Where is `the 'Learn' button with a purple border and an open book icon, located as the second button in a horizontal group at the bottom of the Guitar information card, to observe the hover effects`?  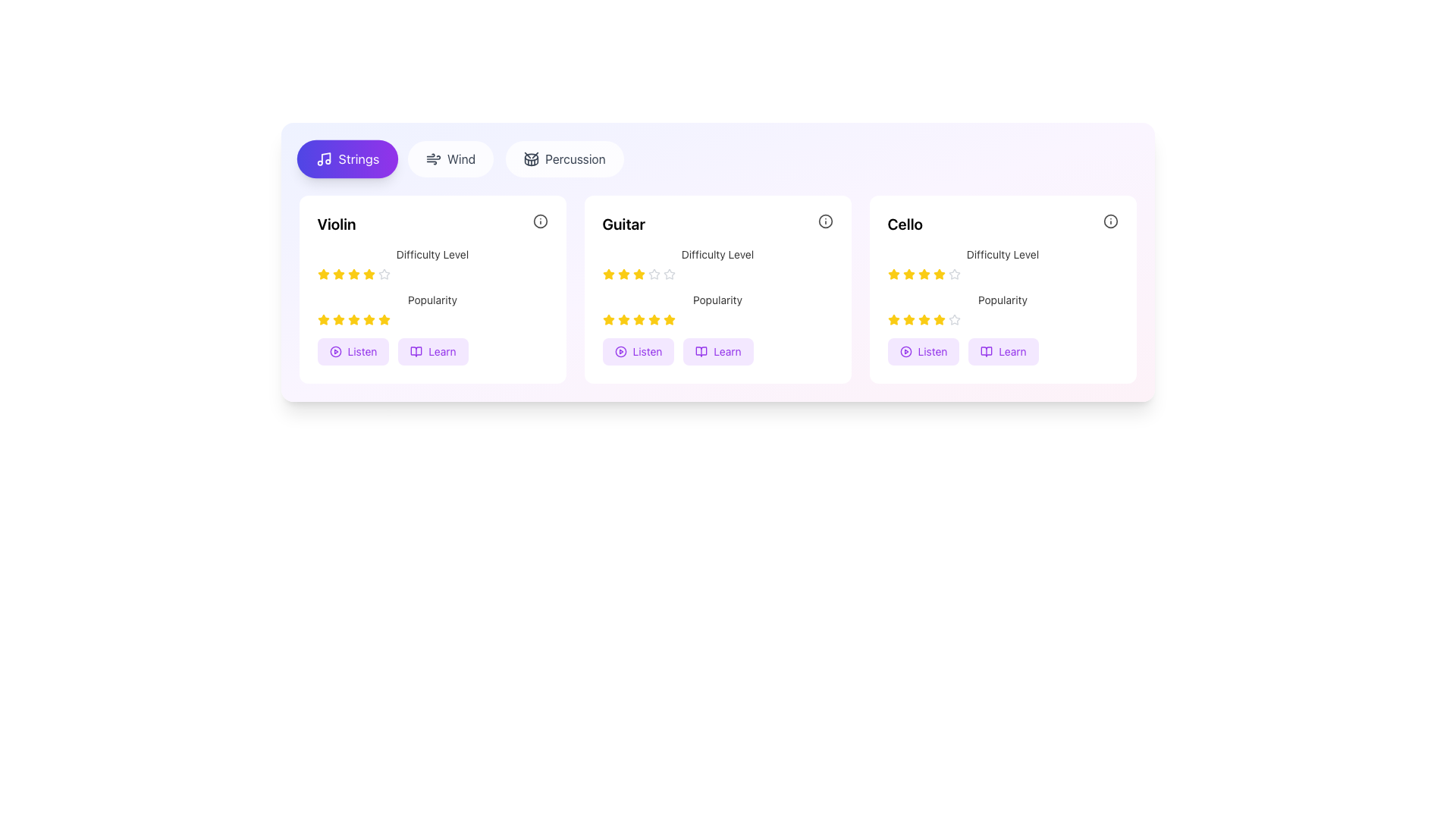 the 'Learn' button with a purple border and an open book icon, located as the second button in a horizontal group at the bottom of the Guitar information card, to observe the hover effects is located at coordinates (717, 351).